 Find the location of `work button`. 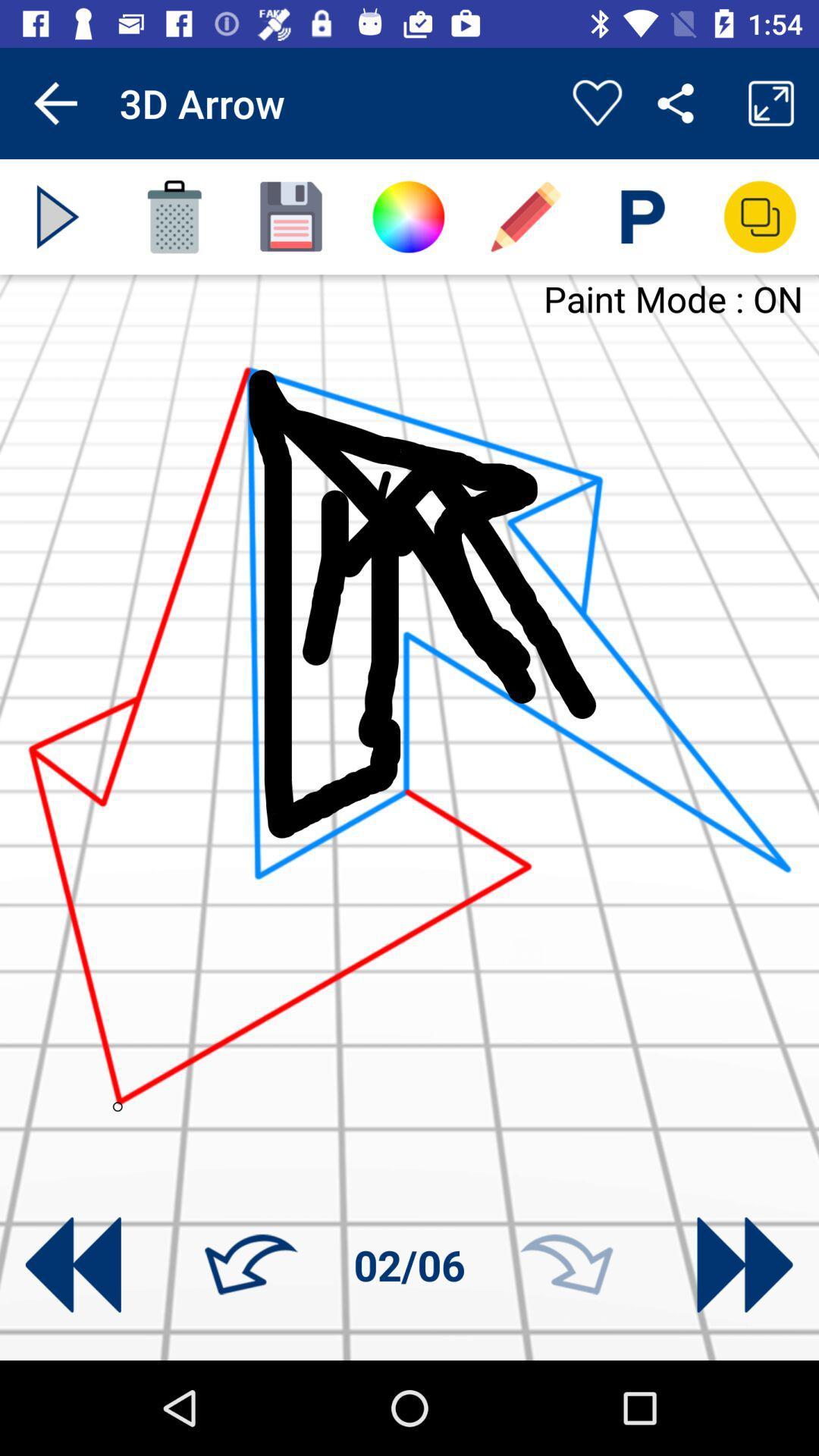

work button is located at coordinates (291, 216).